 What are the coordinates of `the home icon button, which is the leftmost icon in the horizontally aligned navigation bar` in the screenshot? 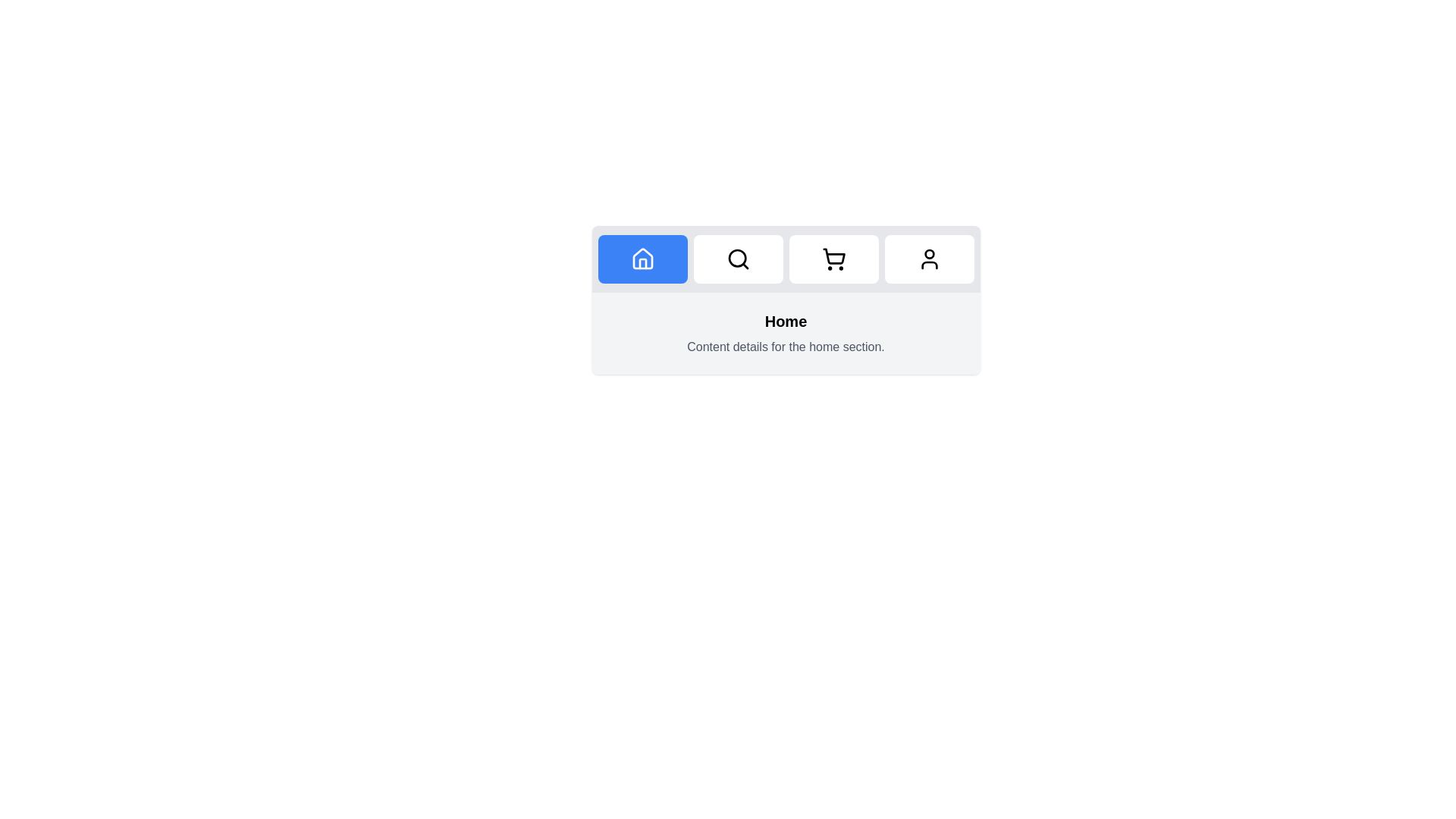 It's located at (642, 259).